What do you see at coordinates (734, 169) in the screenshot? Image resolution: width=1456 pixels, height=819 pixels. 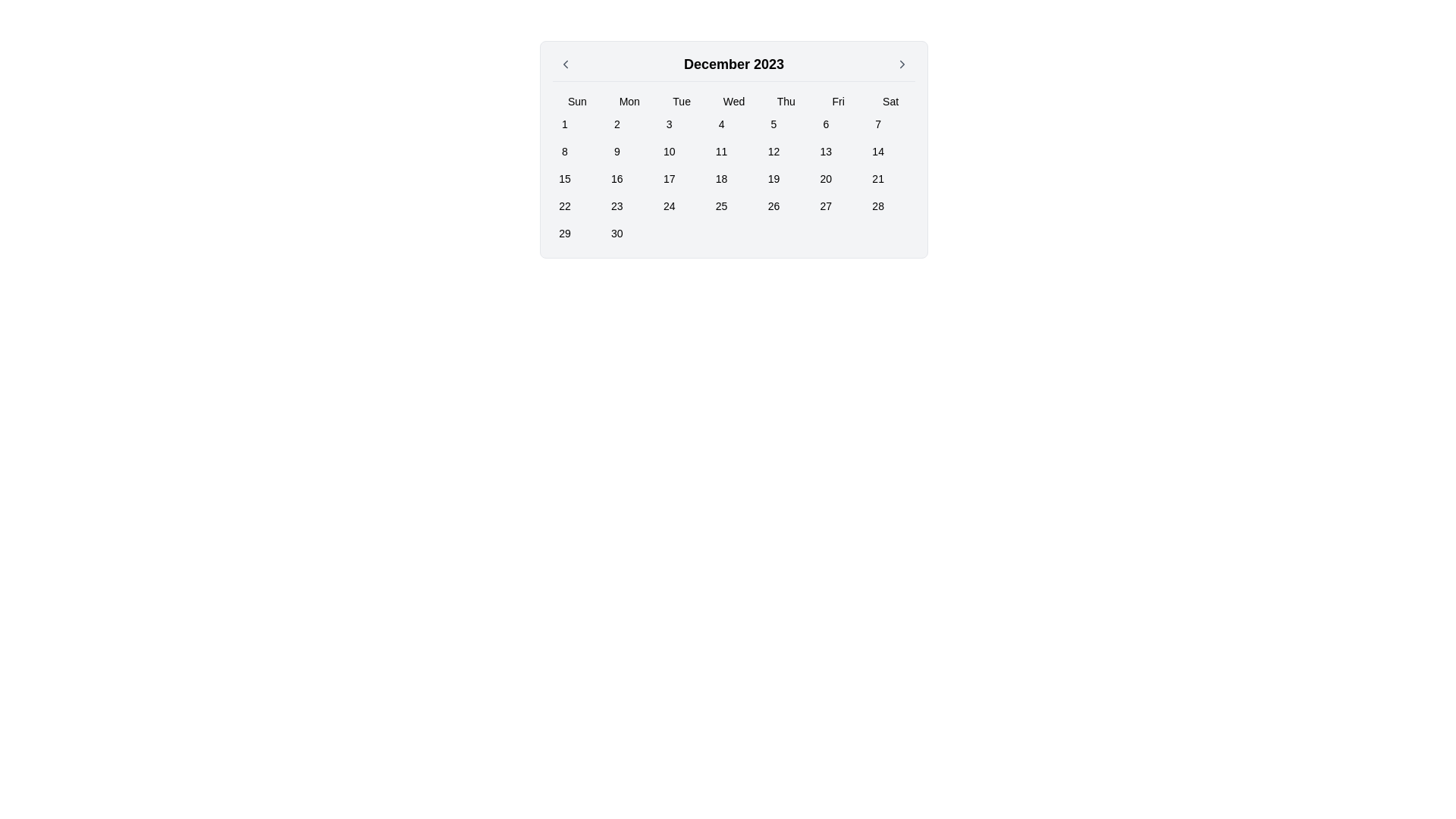 I see `a specific day in the calendar grid layout displaying the days of December 2023` at bounding box center [734, 169].